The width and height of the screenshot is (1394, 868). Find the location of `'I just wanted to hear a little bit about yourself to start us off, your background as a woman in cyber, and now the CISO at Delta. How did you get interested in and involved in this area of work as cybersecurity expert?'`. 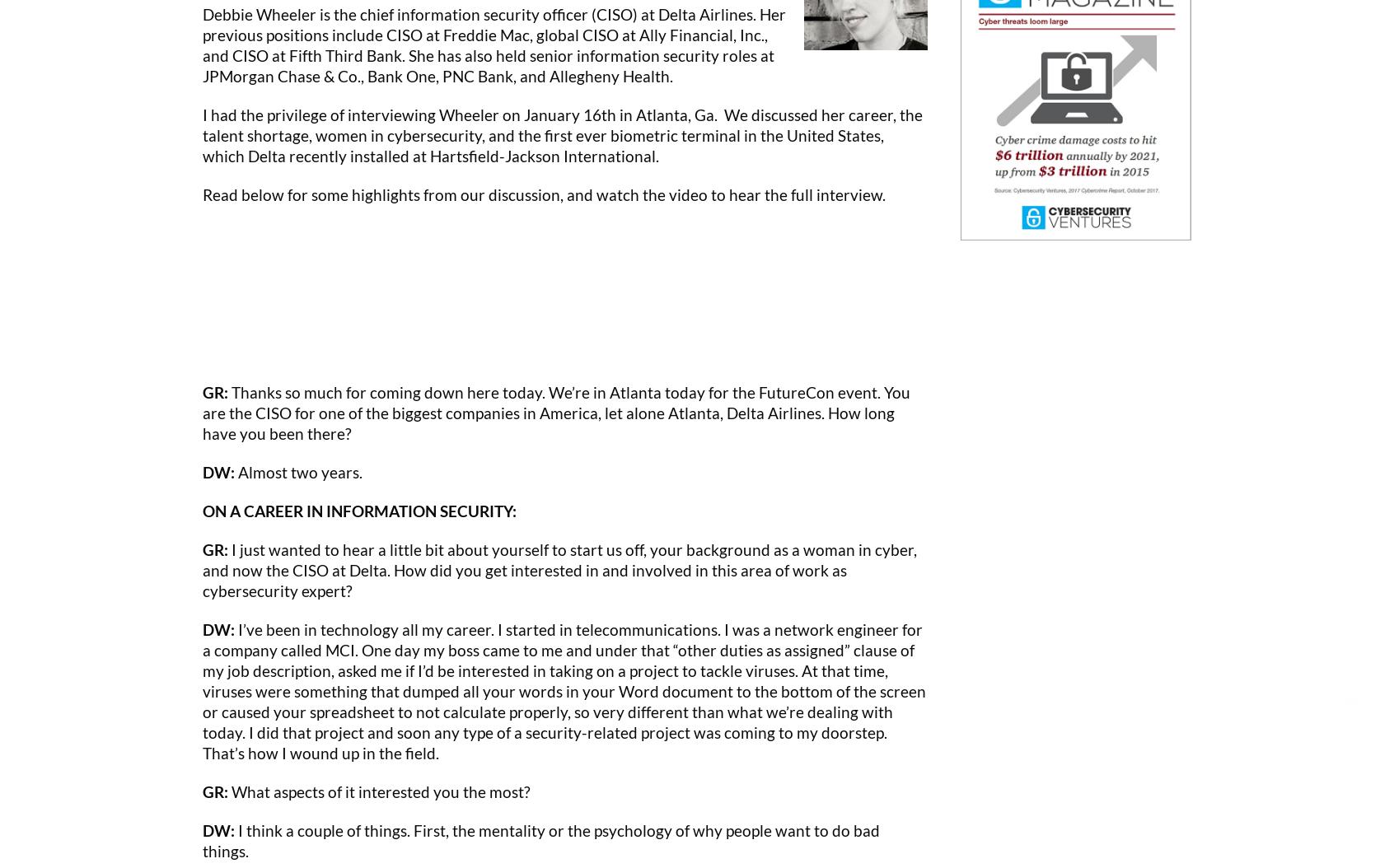

'I just wanted to hear a little bit about yourself to start us off, your background as a woman in cyber, and now the CISO at Delta. How did you get interested in and involved in this area of work as cybersecurity expert?' is located at coordinates (559, 568).